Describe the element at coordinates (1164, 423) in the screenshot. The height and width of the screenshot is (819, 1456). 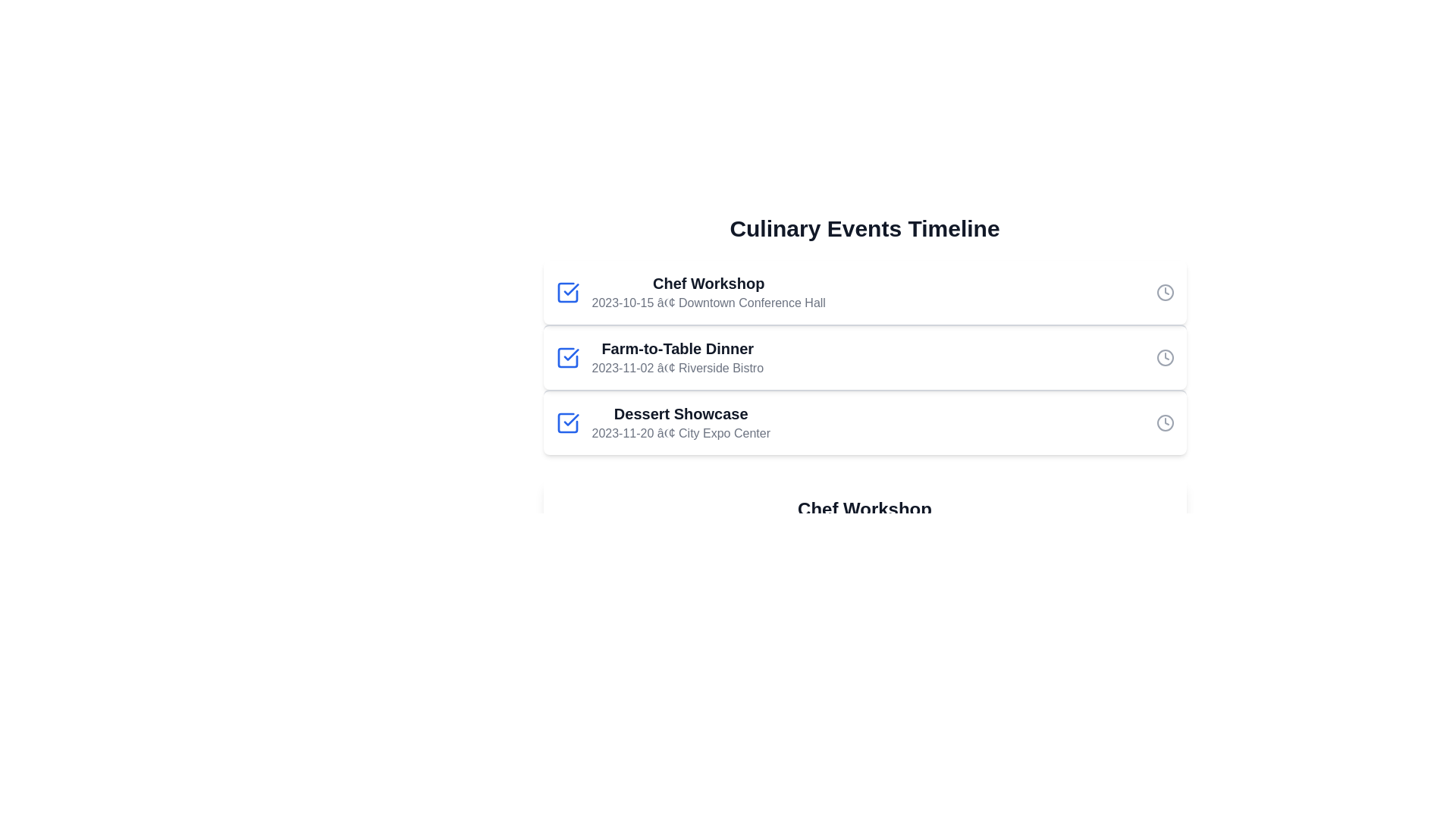
I see `decorative circular dial of the clock icon representing time for the 'Dessert Showcase' event entry in the timeline` at that location.